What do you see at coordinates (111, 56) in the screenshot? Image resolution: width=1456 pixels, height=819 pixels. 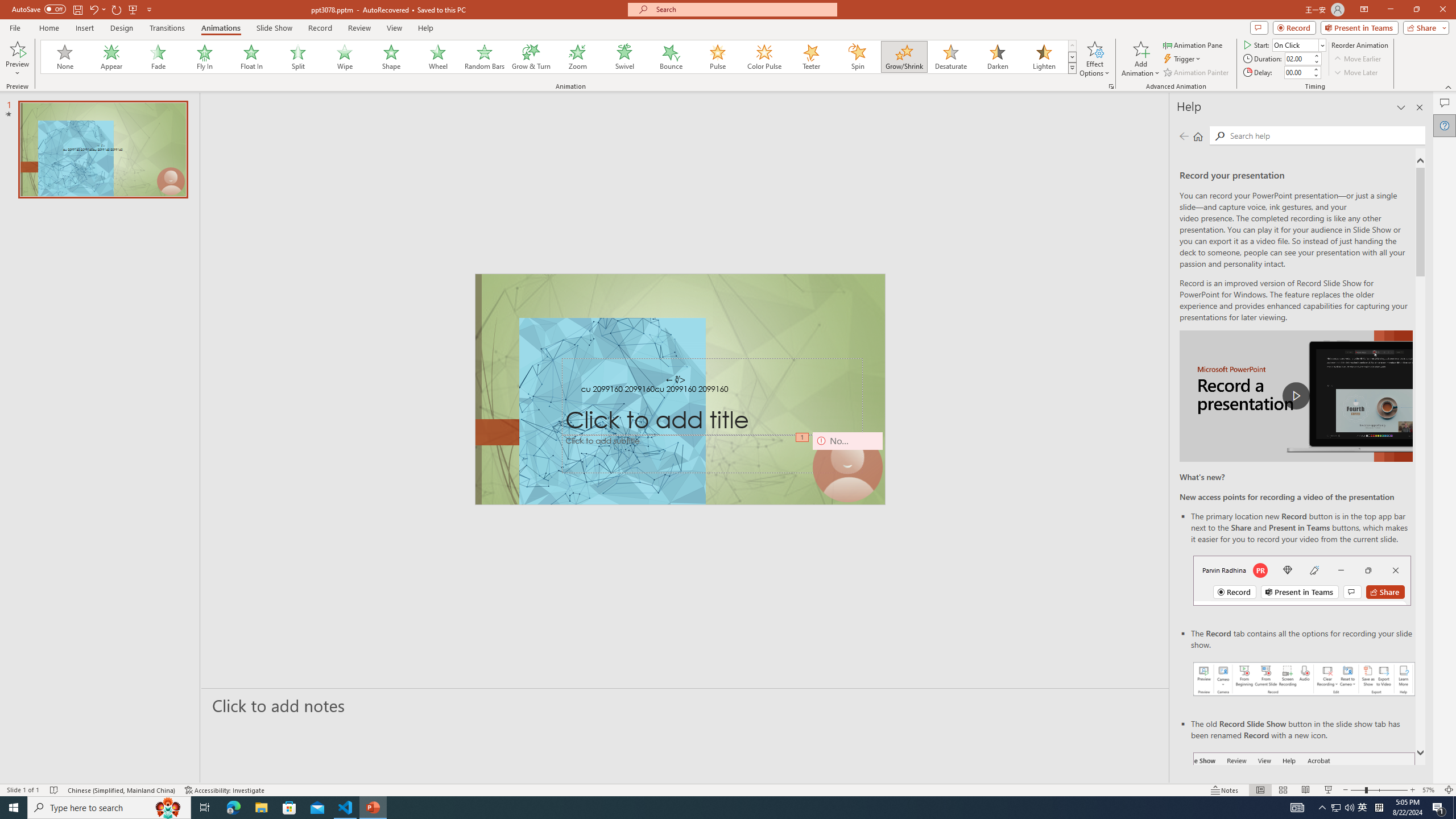 I see `'Appear'` at bounding box center [111, 56].